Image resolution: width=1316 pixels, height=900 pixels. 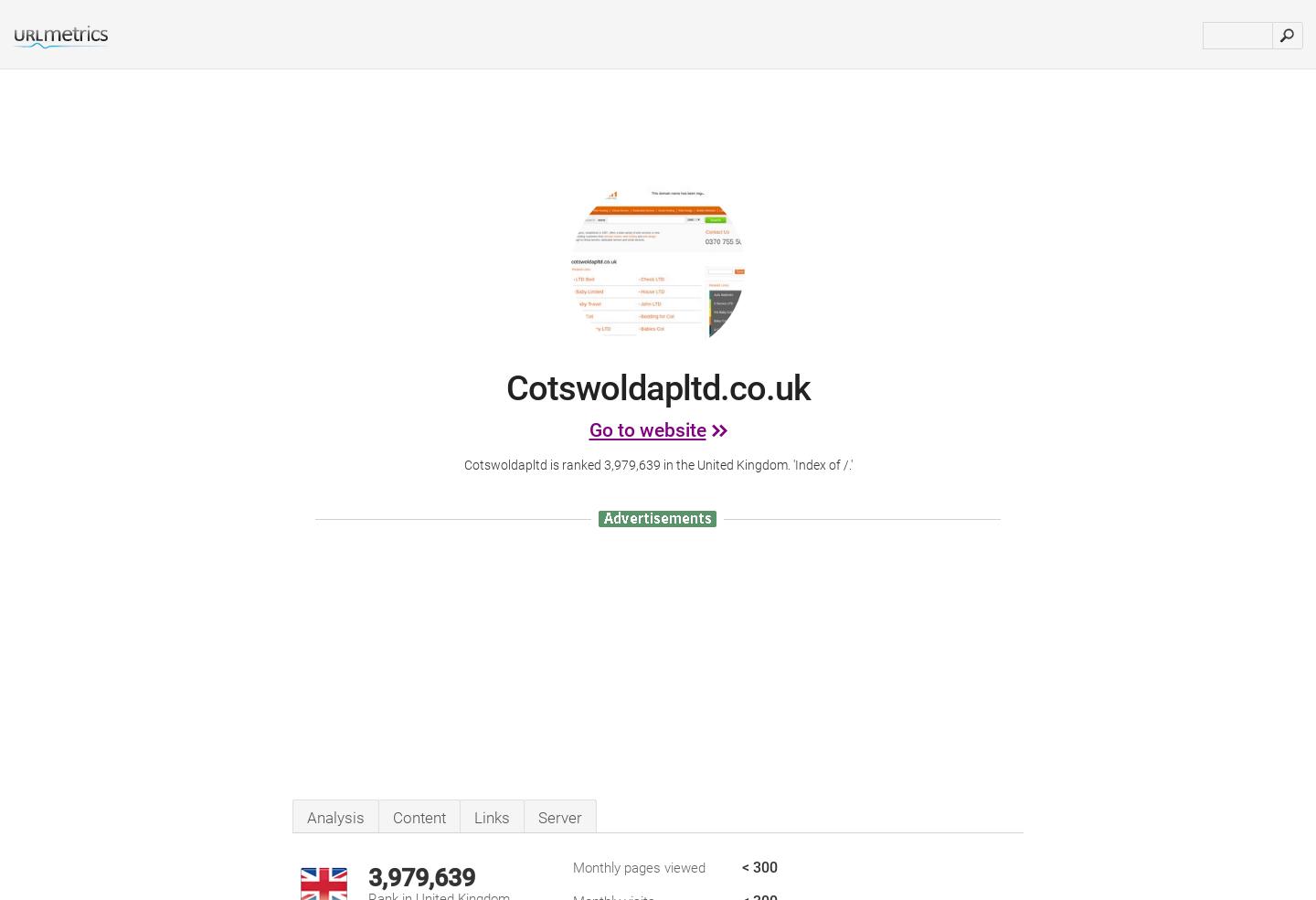 What do you see at coordinates (657, 387) in the screenshot?
I see `'Cotswoldapltd.co.uk'` at bounding box center [657, 387].